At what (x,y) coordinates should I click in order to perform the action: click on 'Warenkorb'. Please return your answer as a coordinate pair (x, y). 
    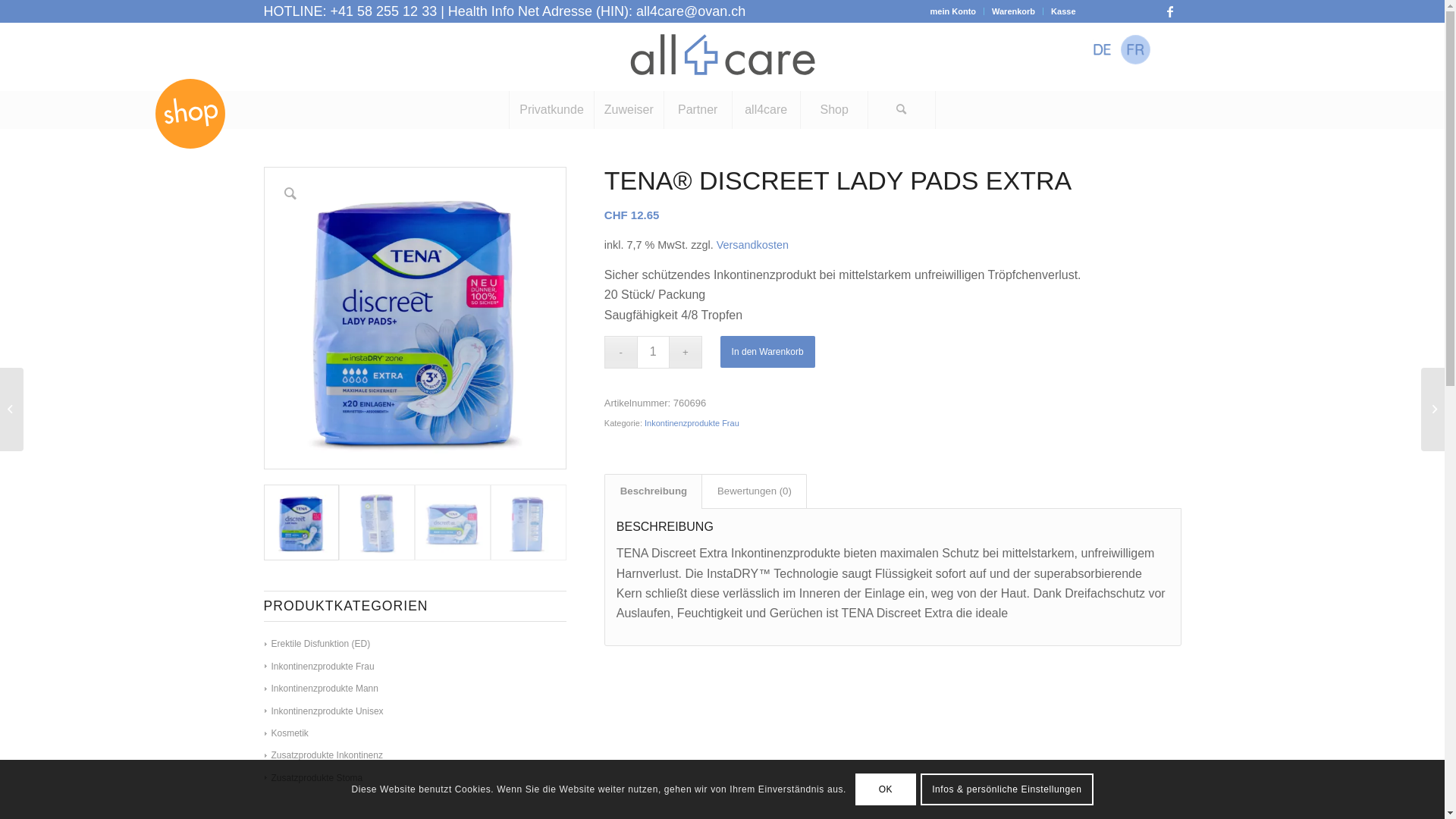
    Looking at the image, I should click on (1013, 11).